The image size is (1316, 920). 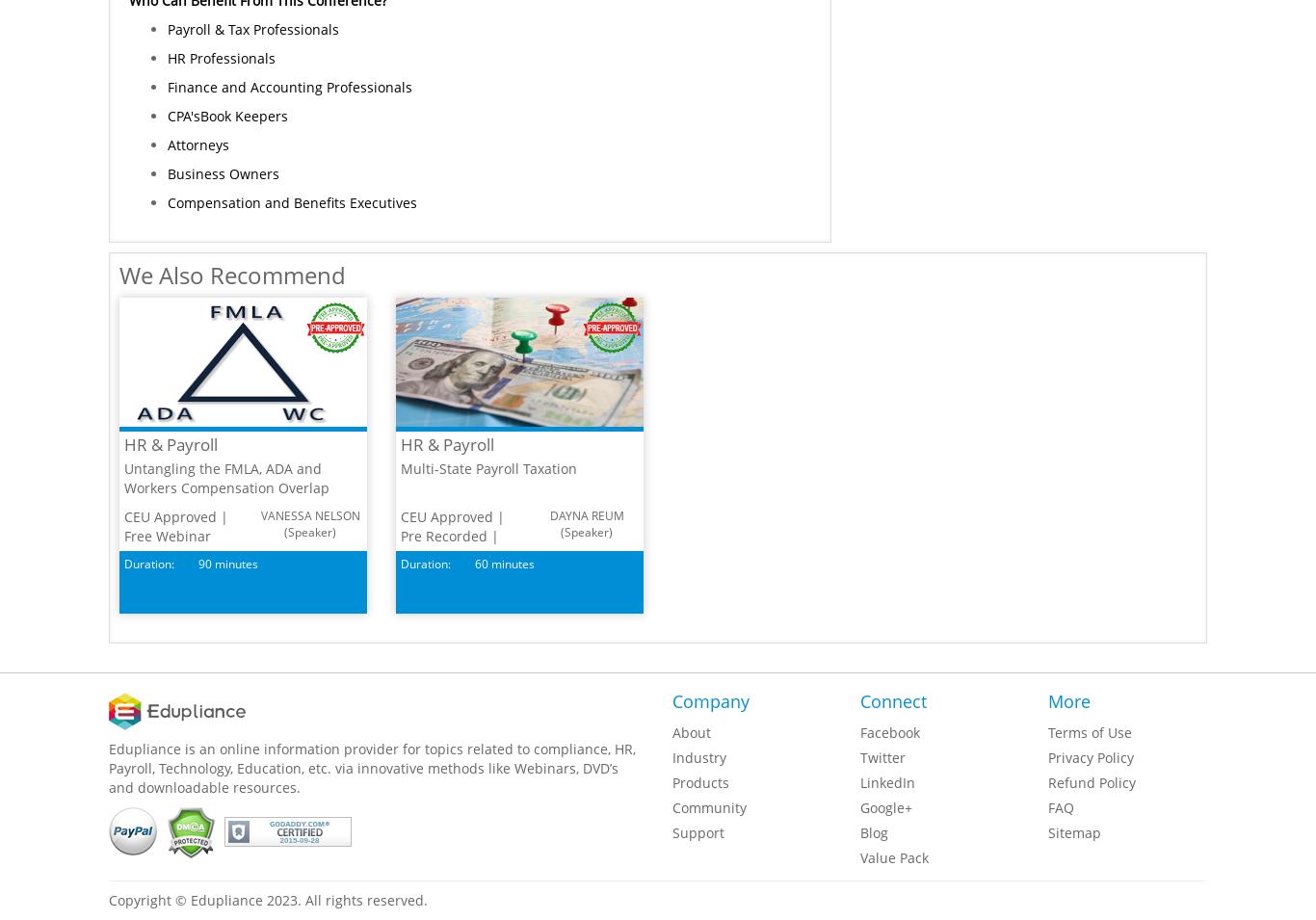 What do you see at coordinates (232, 274) in the screenshot?
I see `'We Also Recommend'` at bounding box center [232, 274].